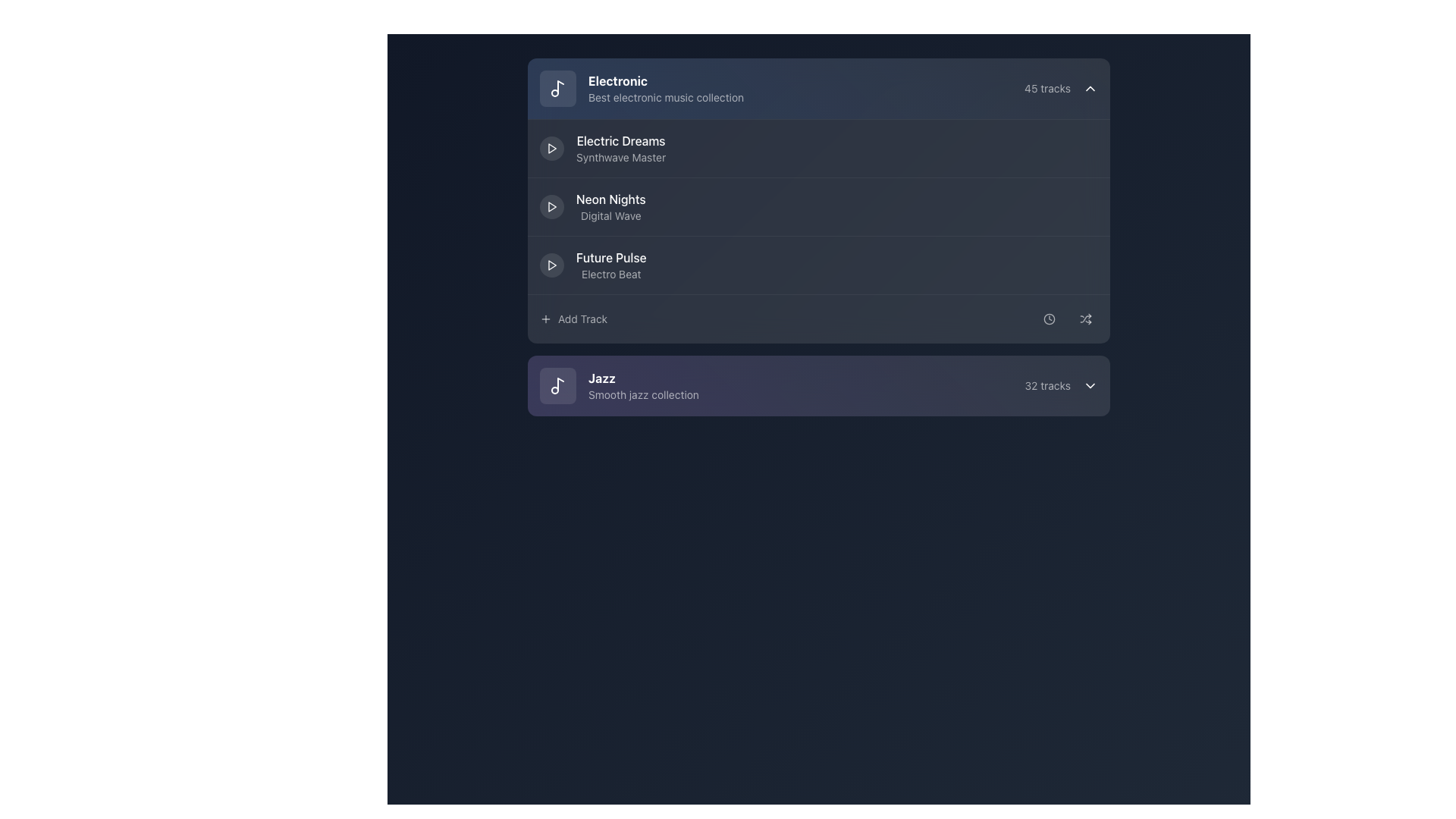  Describe the element at coordinates (1060, 385) in the screenshot. I see `the composite UI component displaying the text '32 tracks' with a downward chevron icon, located to the right of the 'Jazz Smooth jazz collection' title` at that location.